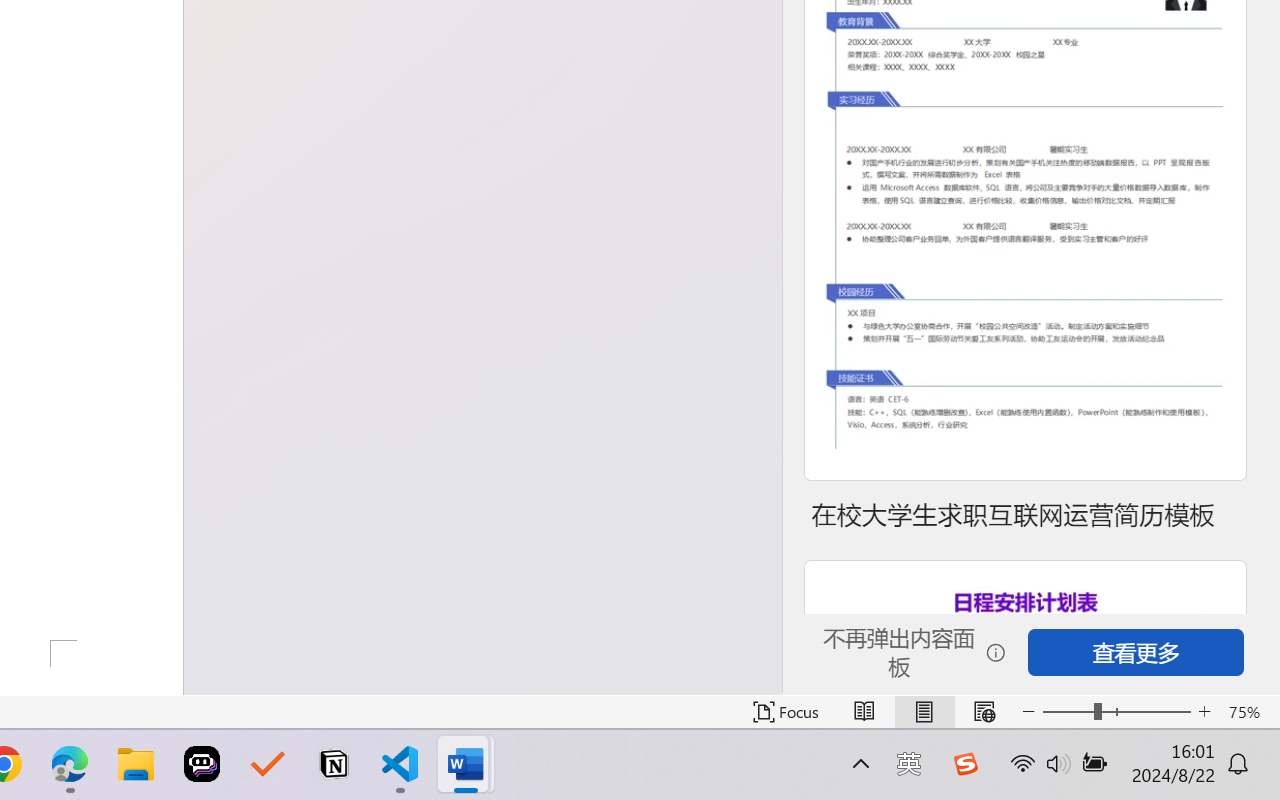 The image size is (1280, 800). What do you see at coordinates (202, 764) in the screenshot?
I see `'Poe'` at bounding box center [202, 764].